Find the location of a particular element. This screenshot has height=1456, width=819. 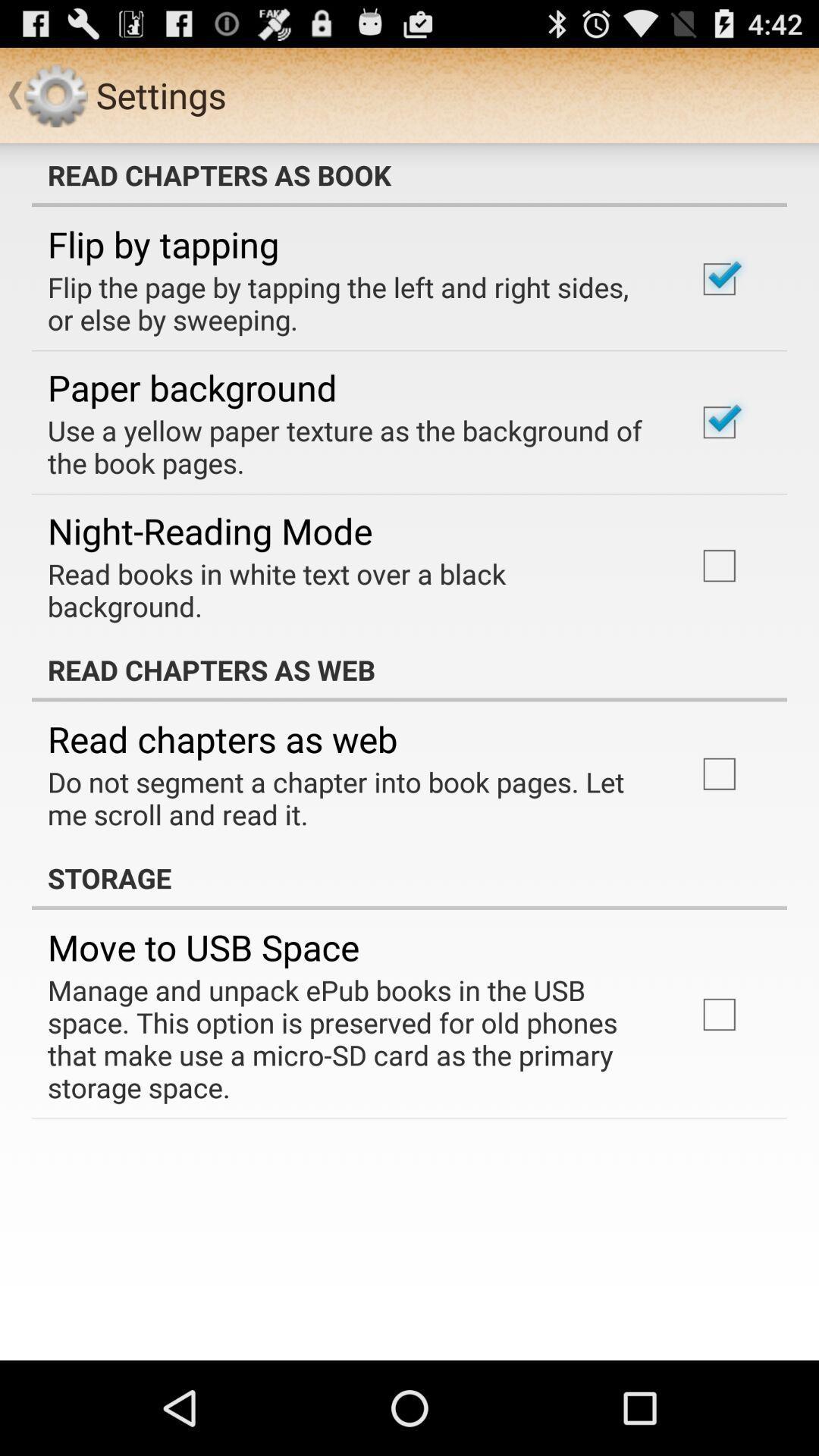

do not segment is located at coordinates (351, 797).